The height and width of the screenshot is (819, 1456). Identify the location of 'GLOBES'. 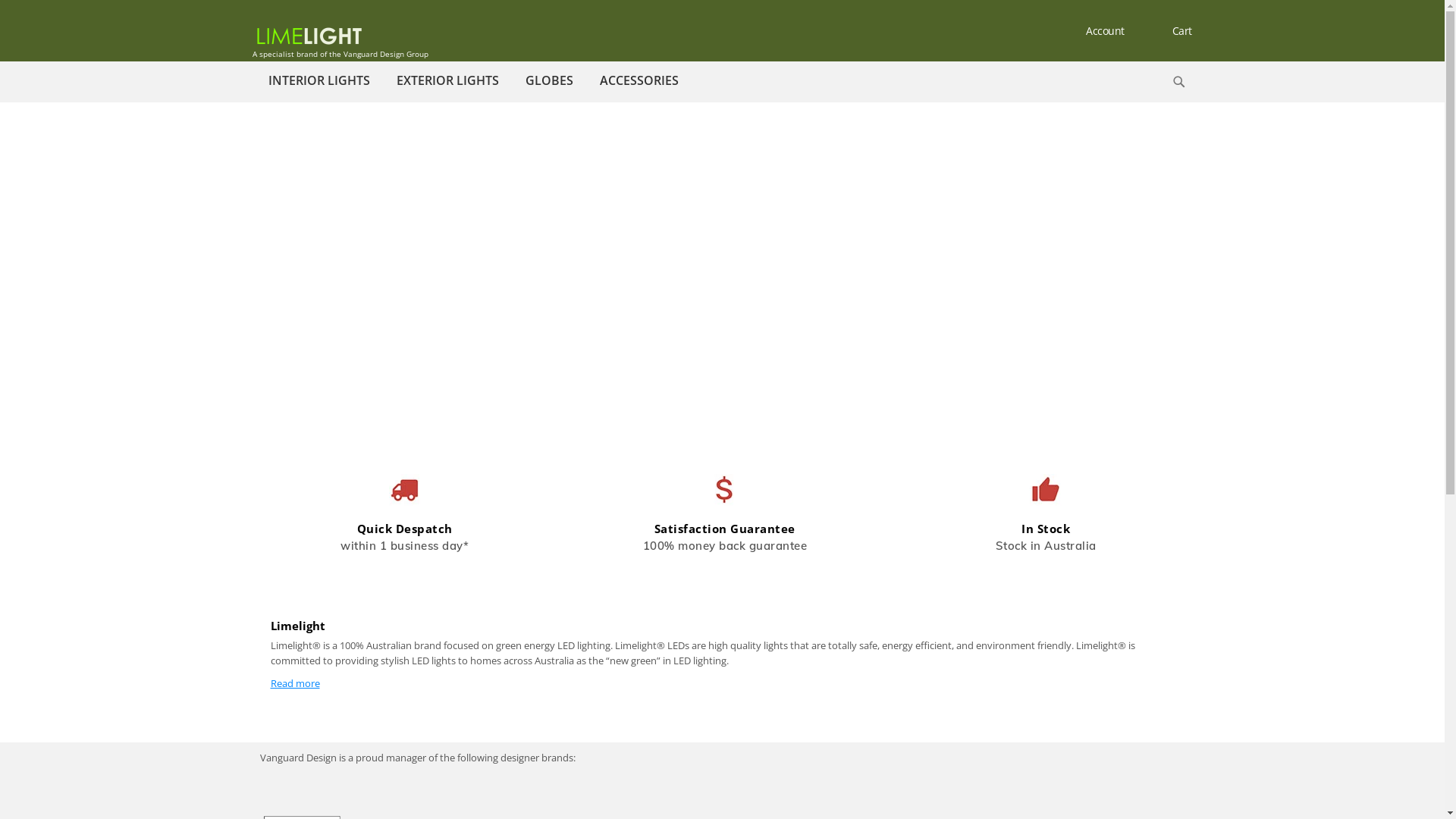
(548, 80).